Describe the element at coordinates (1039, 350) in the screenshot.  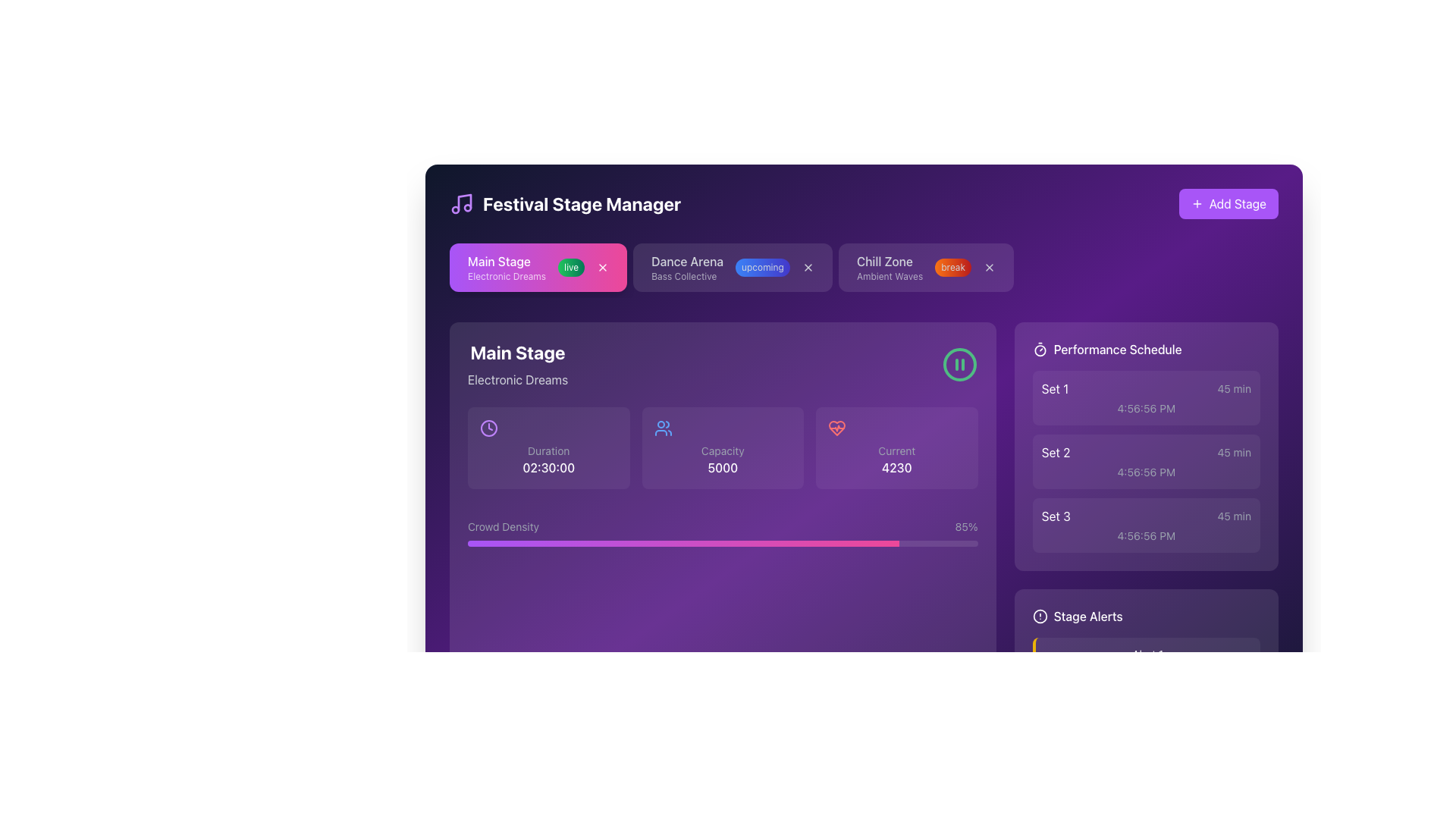
I see `the circle element of the timer icon located in the top-right corner of the 'Main Stage' section` at that location.